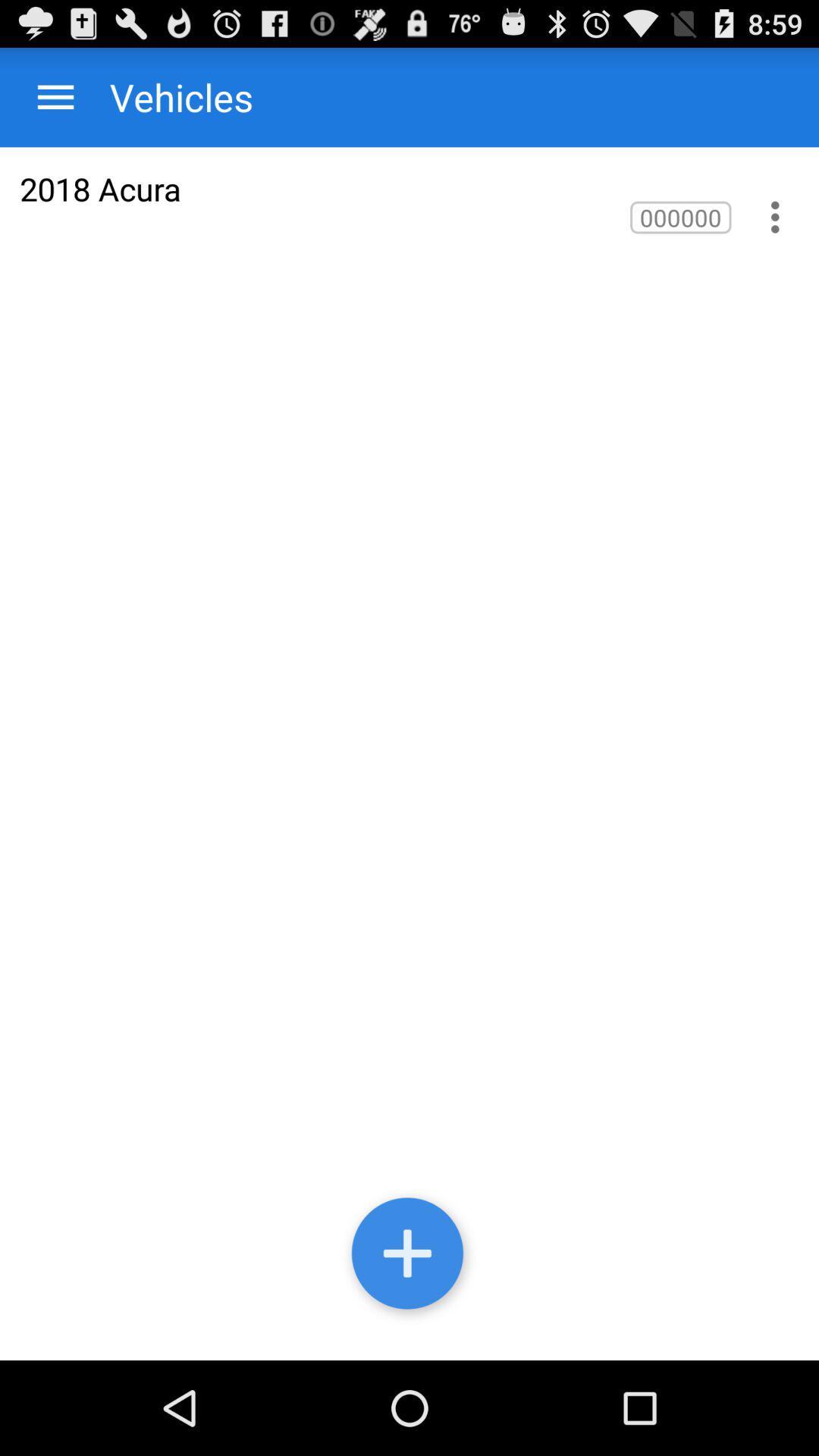  I want to click on the item to the right of the 2018 acura app, so click(679, 216).